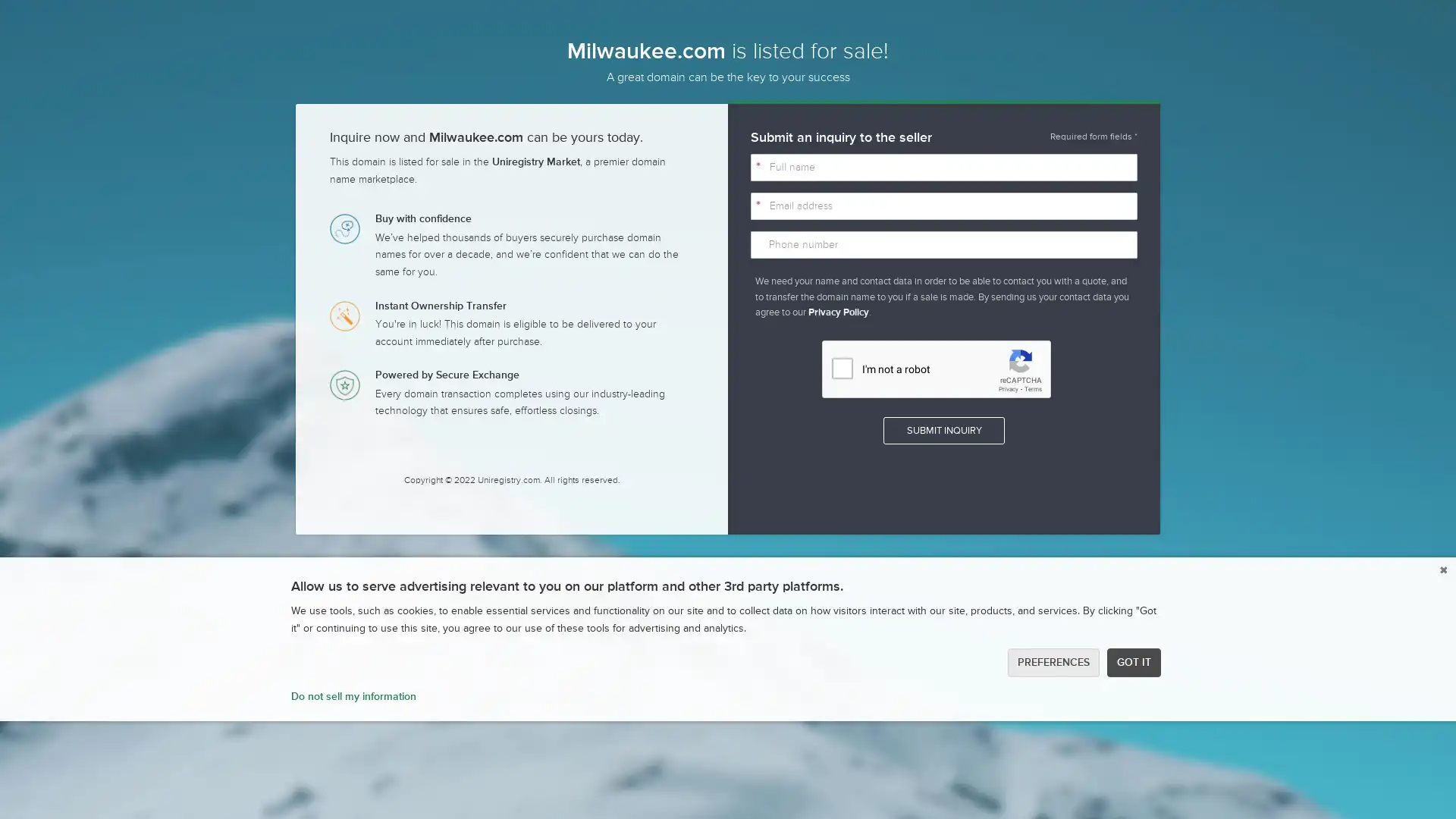  What do you see at coordinates (943, 430) in the screenshot?
I see `SUBMIT INQUIRY` at bounding box center [943, 430].